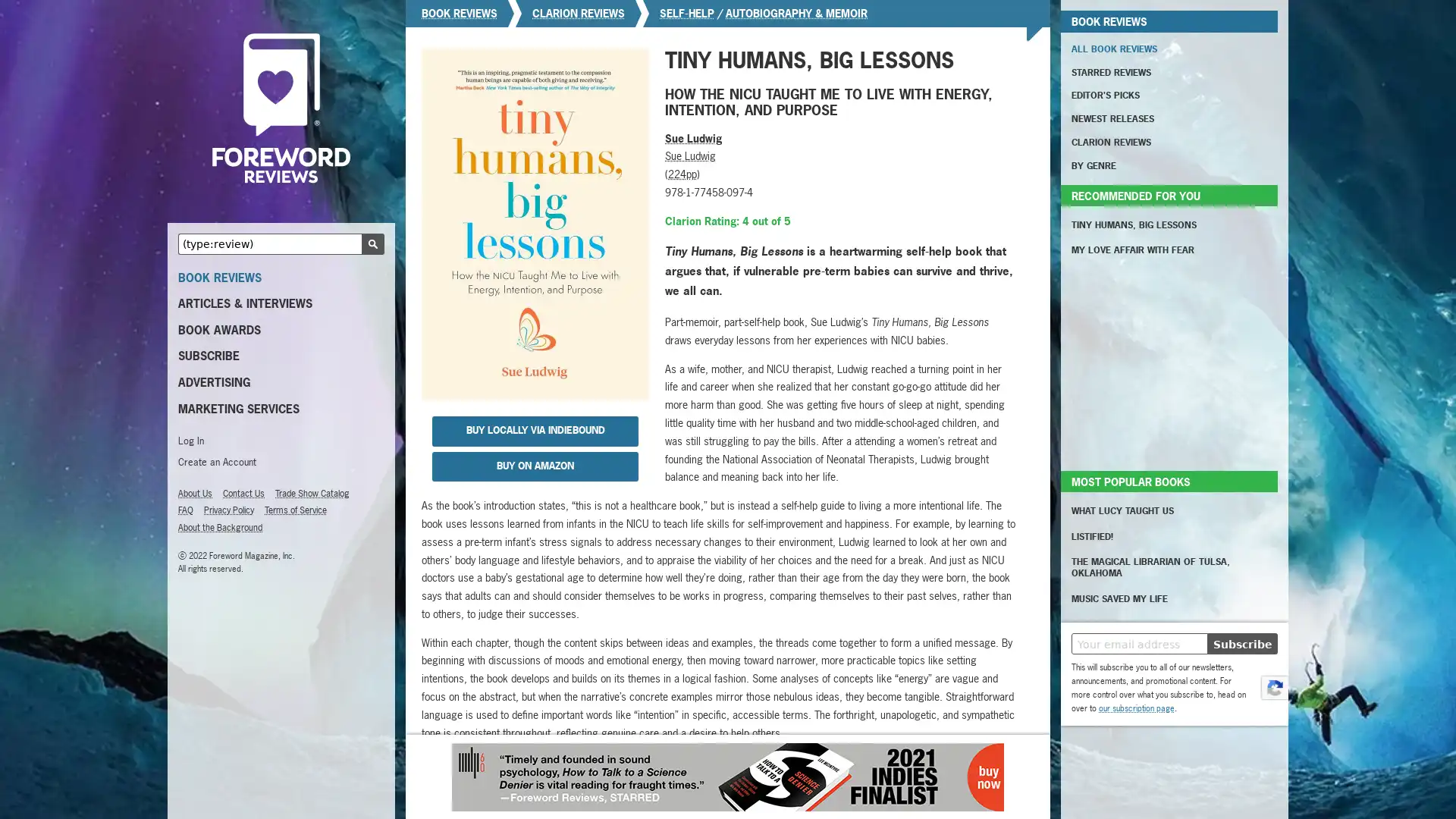  Describe the element at coordinates (1242, 643) in the screenshot. I see `Subscribe` at that location.